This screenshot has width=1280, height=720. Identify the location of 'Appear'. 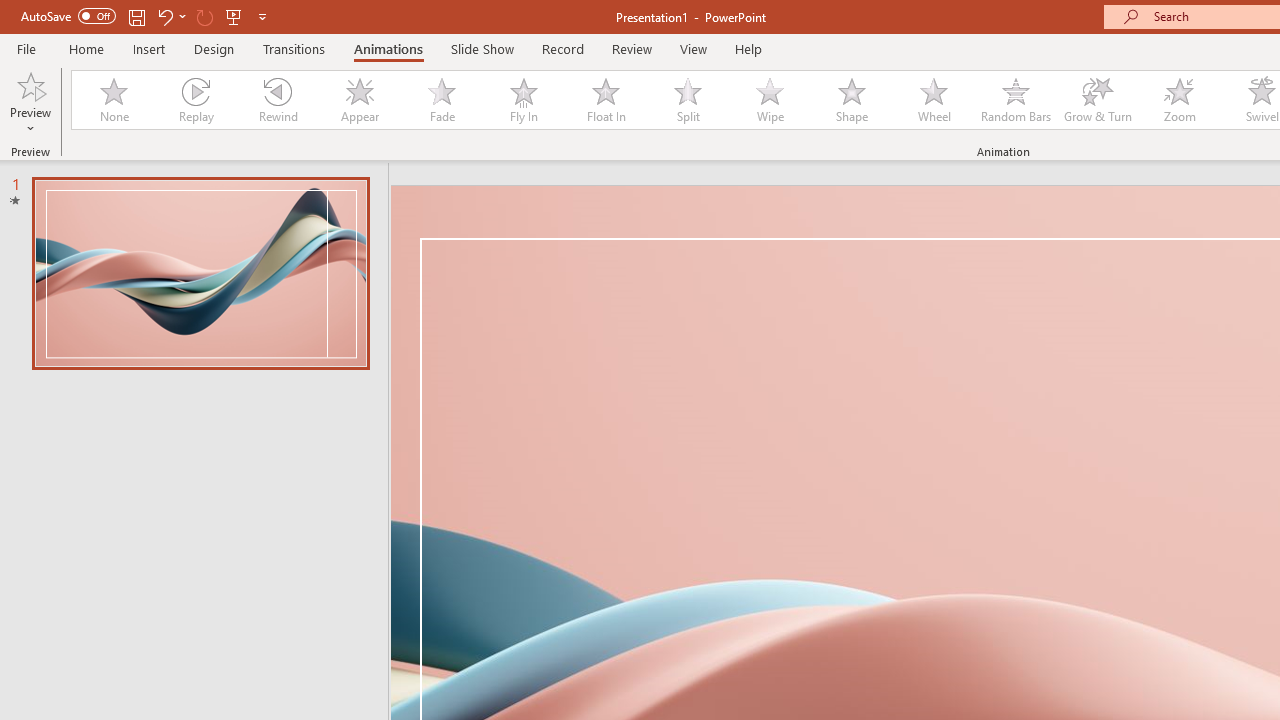
(359, 100).